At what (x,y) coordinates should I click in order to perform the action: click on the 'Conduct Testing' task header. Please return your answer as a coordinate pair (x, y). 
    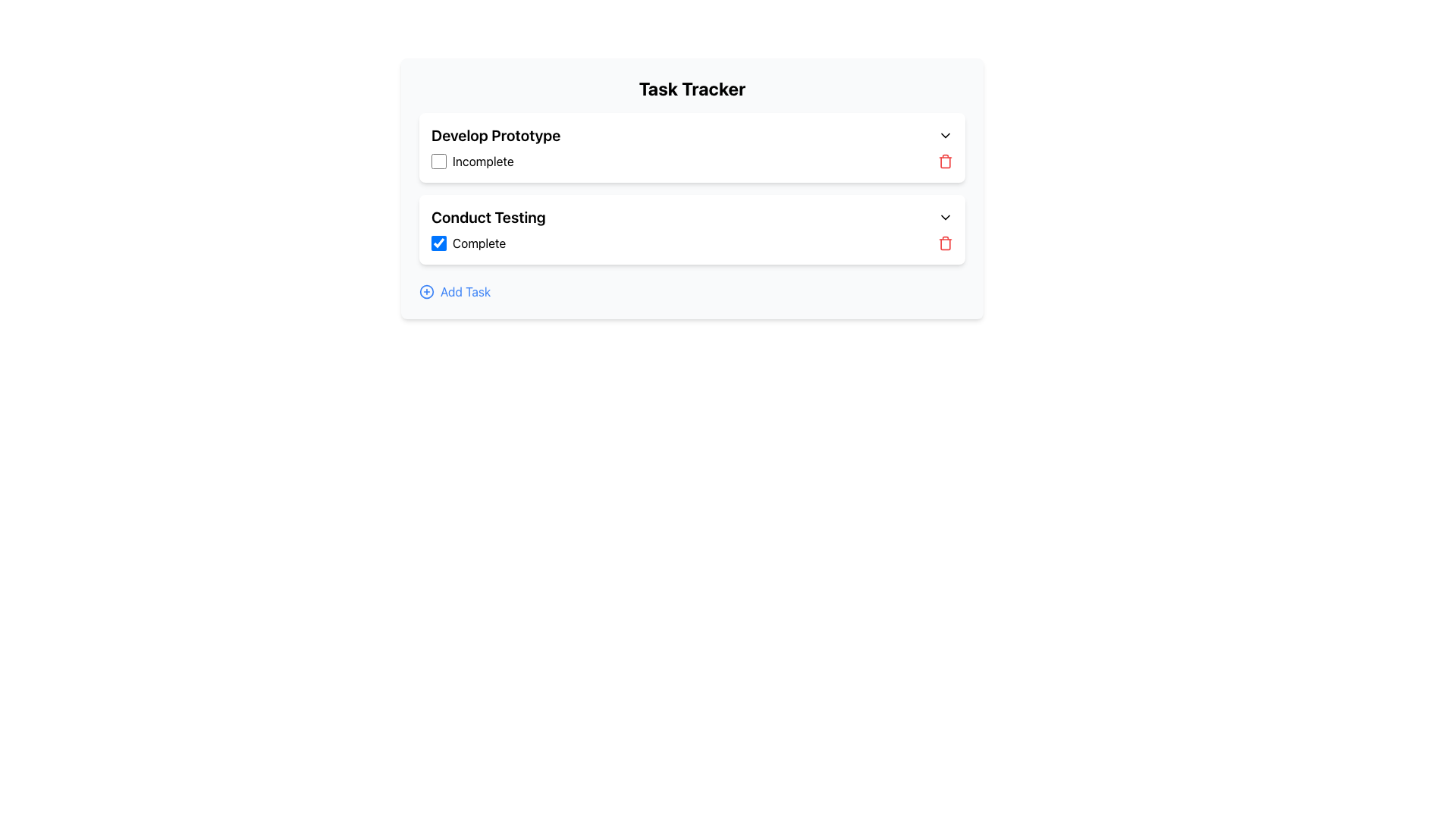
    Looking at the image, I should click on (691, 217).